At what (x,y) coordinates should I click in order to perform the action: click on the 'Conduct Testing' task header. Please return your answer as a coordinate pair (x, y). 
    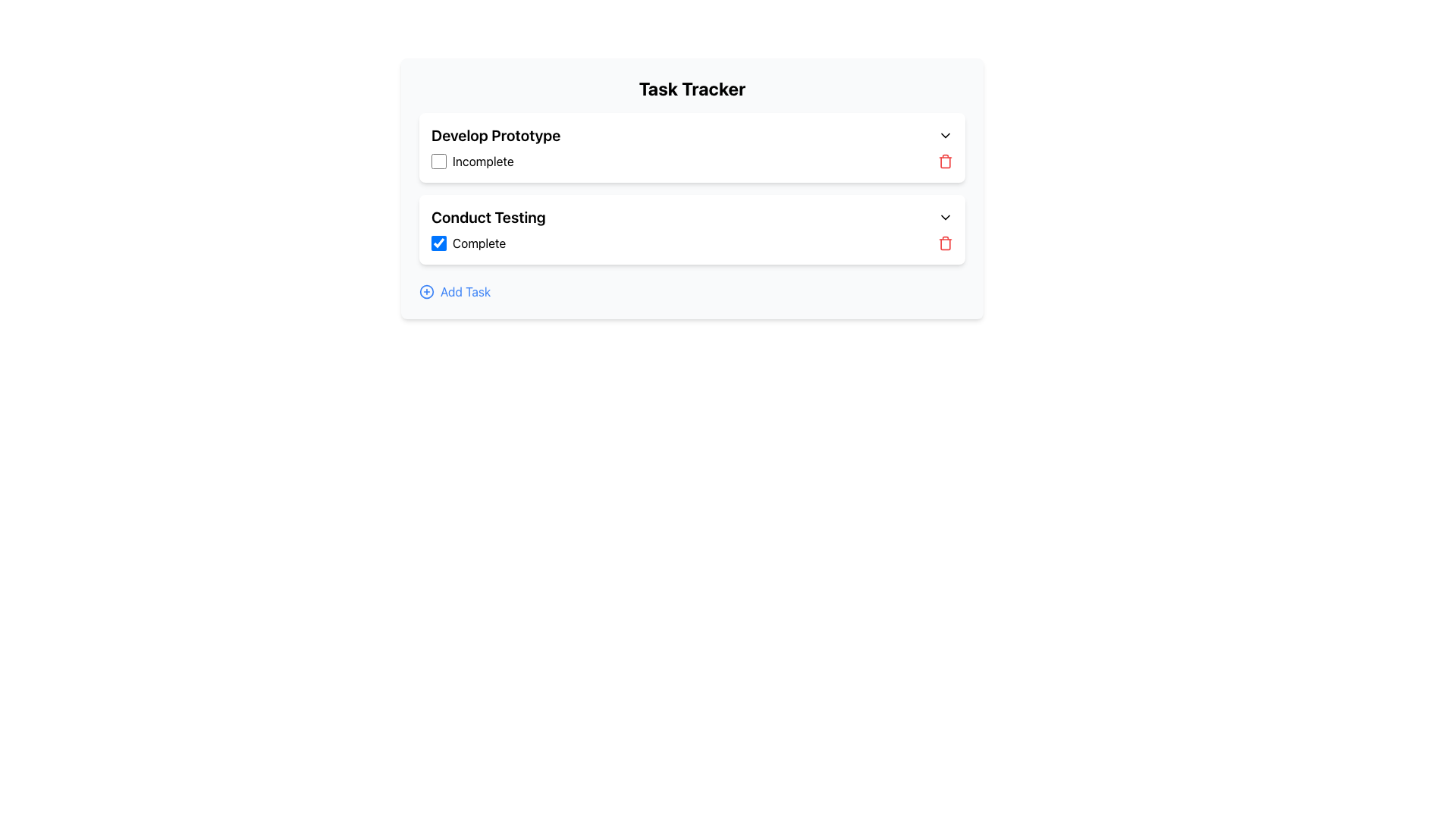
    Looking at the image, I should click on (691, 217).